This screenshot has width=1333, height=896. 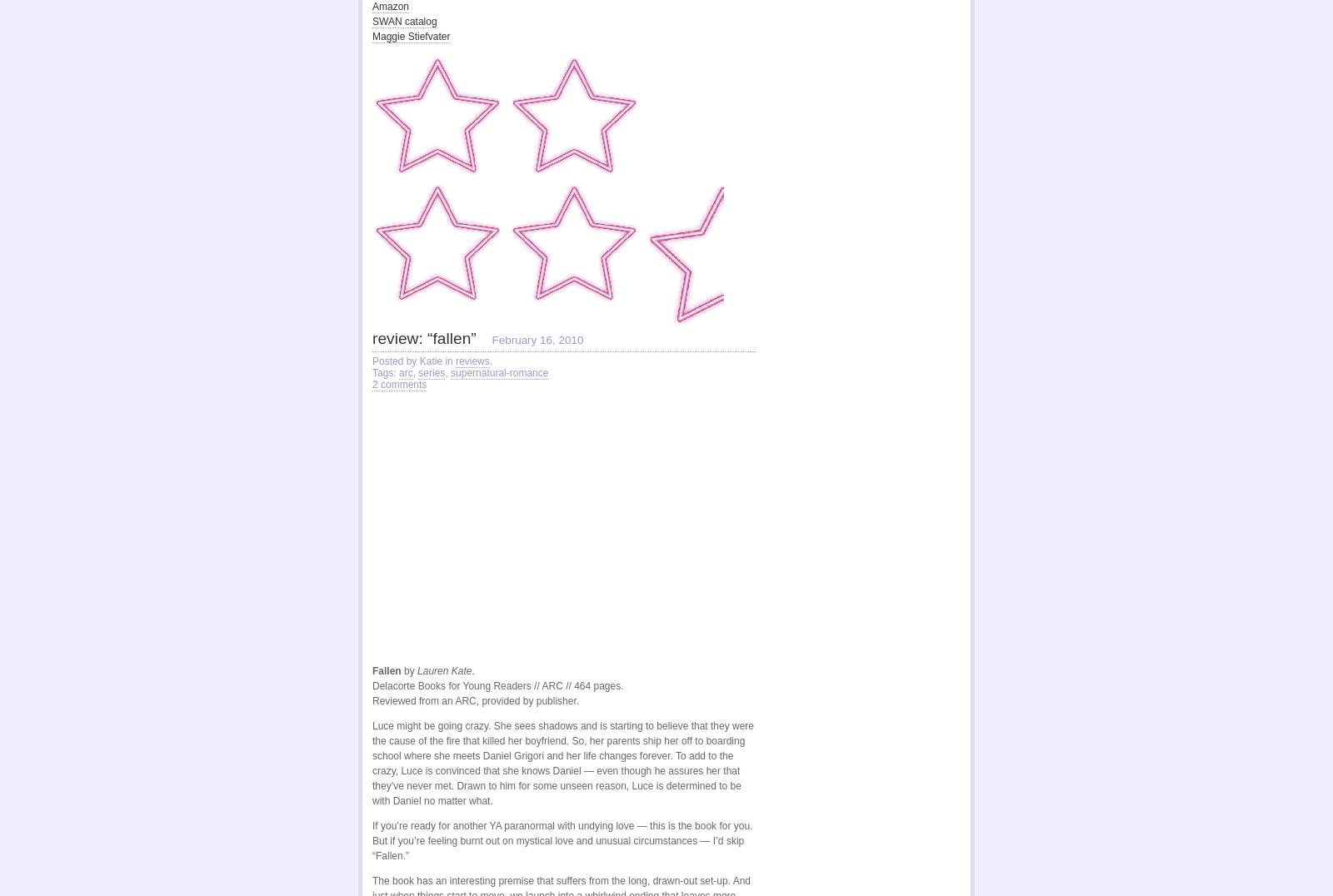 I want to click on 'review: “fallen”', so click(x=422, y=334).